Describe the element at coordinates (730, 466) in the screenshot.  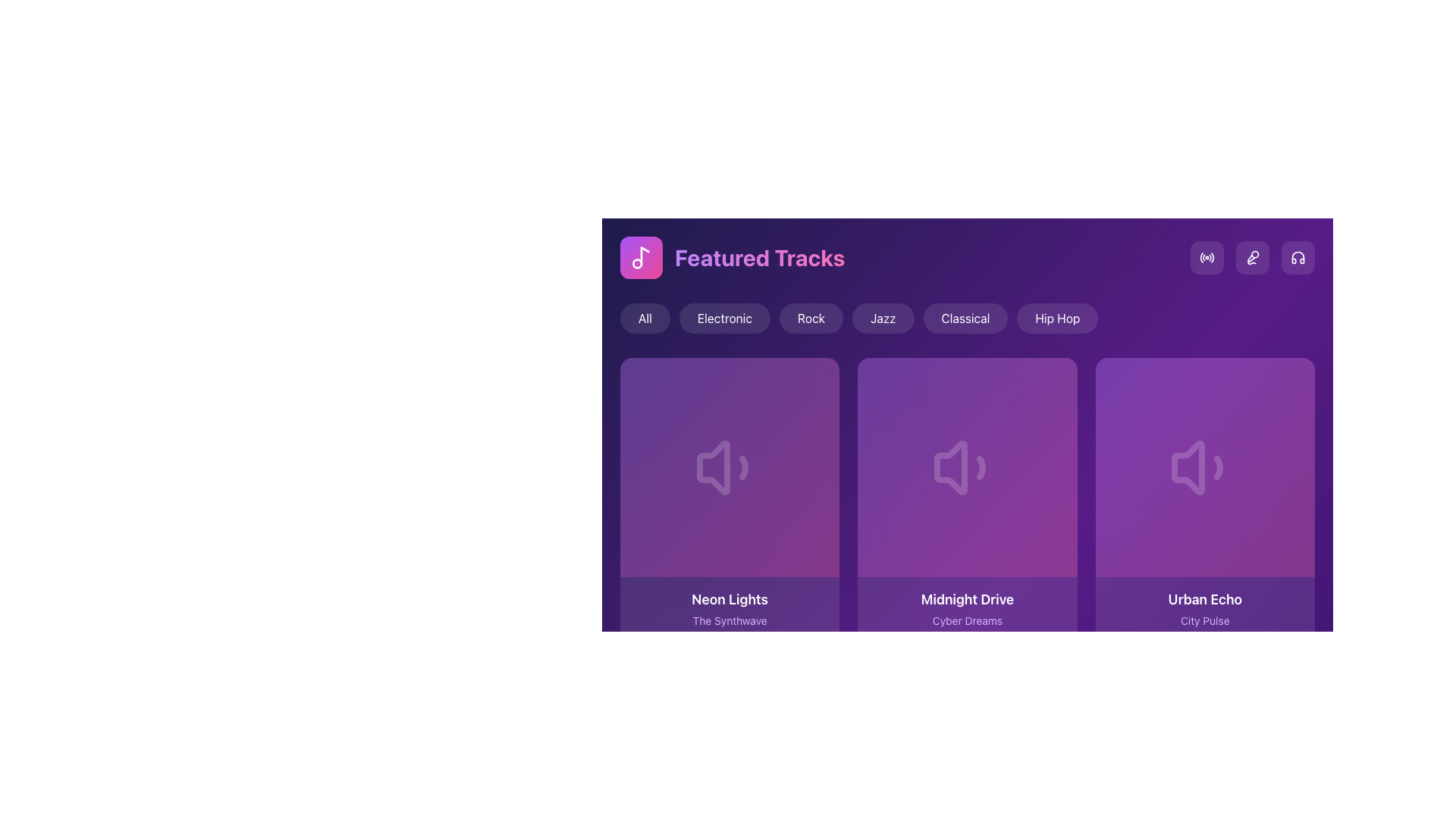
I see `the audio-related icon located at the center of the first card in the 'Neon Lights' horizontal card list` at that location.